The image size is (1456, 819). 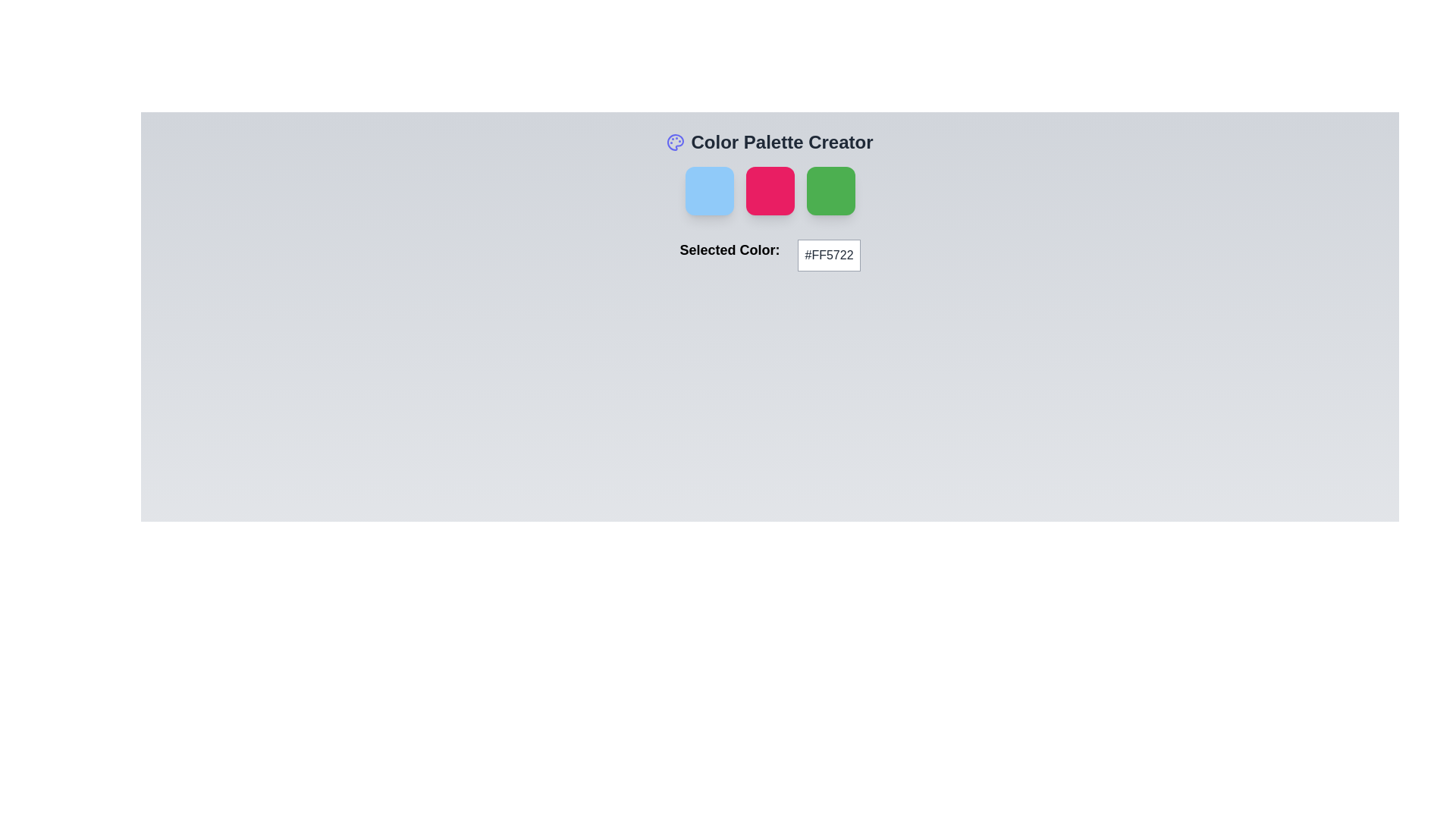 I want to click on the text label that describes the color choice, which is located first in a horizontal layout next to the color code box displaying '#FF5722', so click(x=730, y=254).